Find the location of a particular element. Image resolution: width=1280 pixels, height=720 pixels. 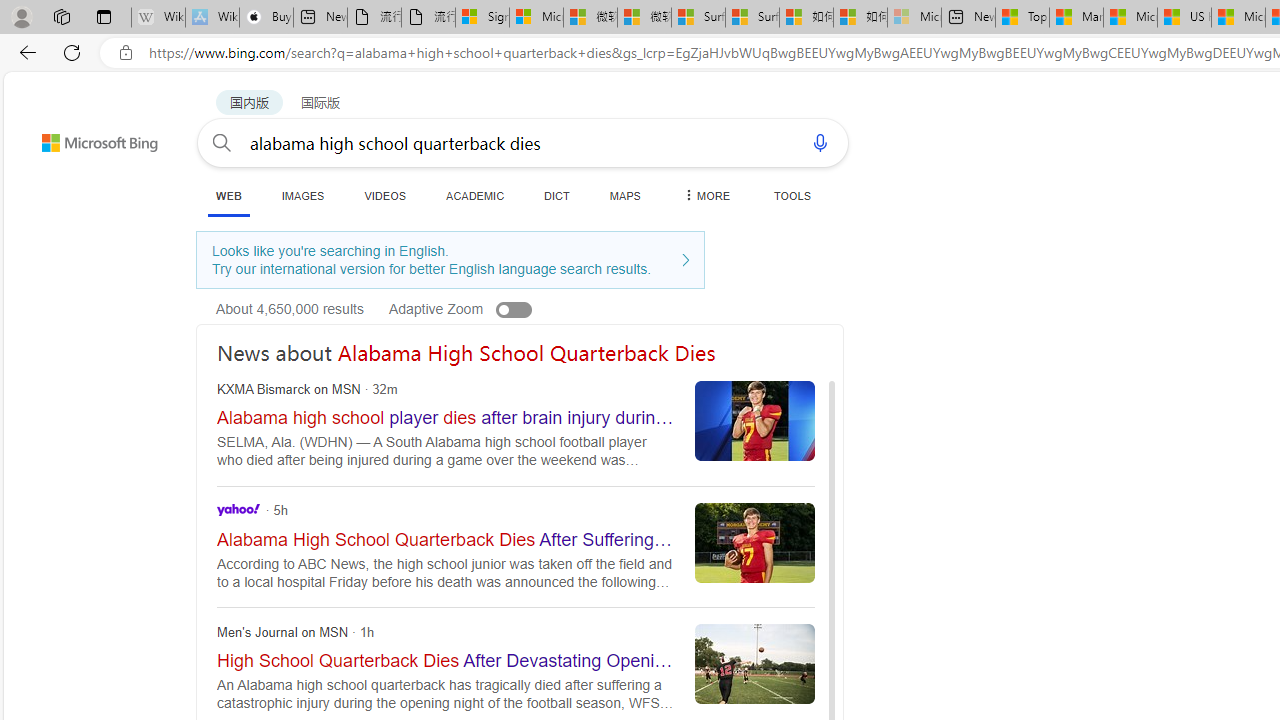

'WEB' is located at coordinates (228, 195).